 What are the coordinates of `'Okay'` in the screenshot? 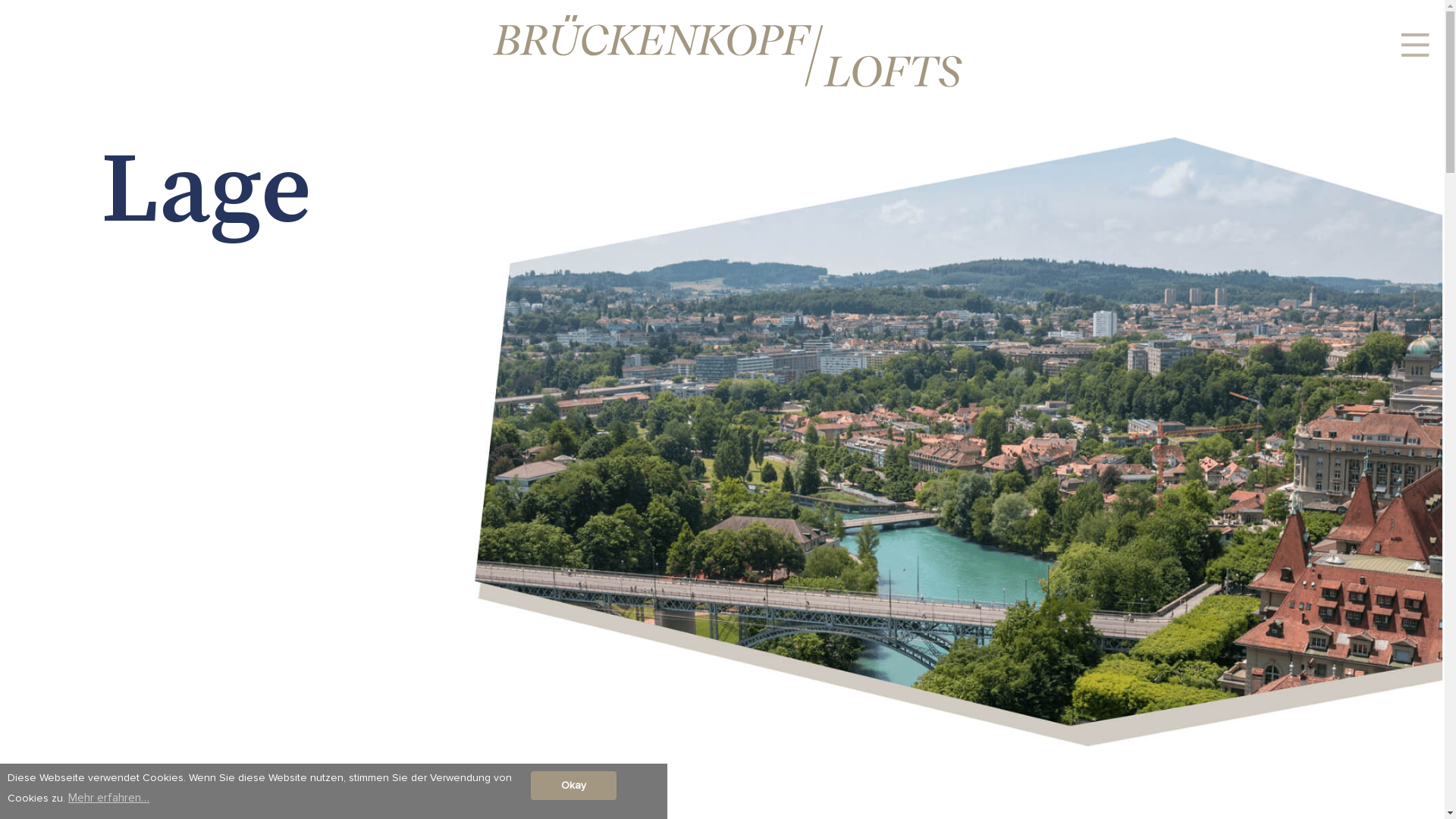 It's located at (531, 785).